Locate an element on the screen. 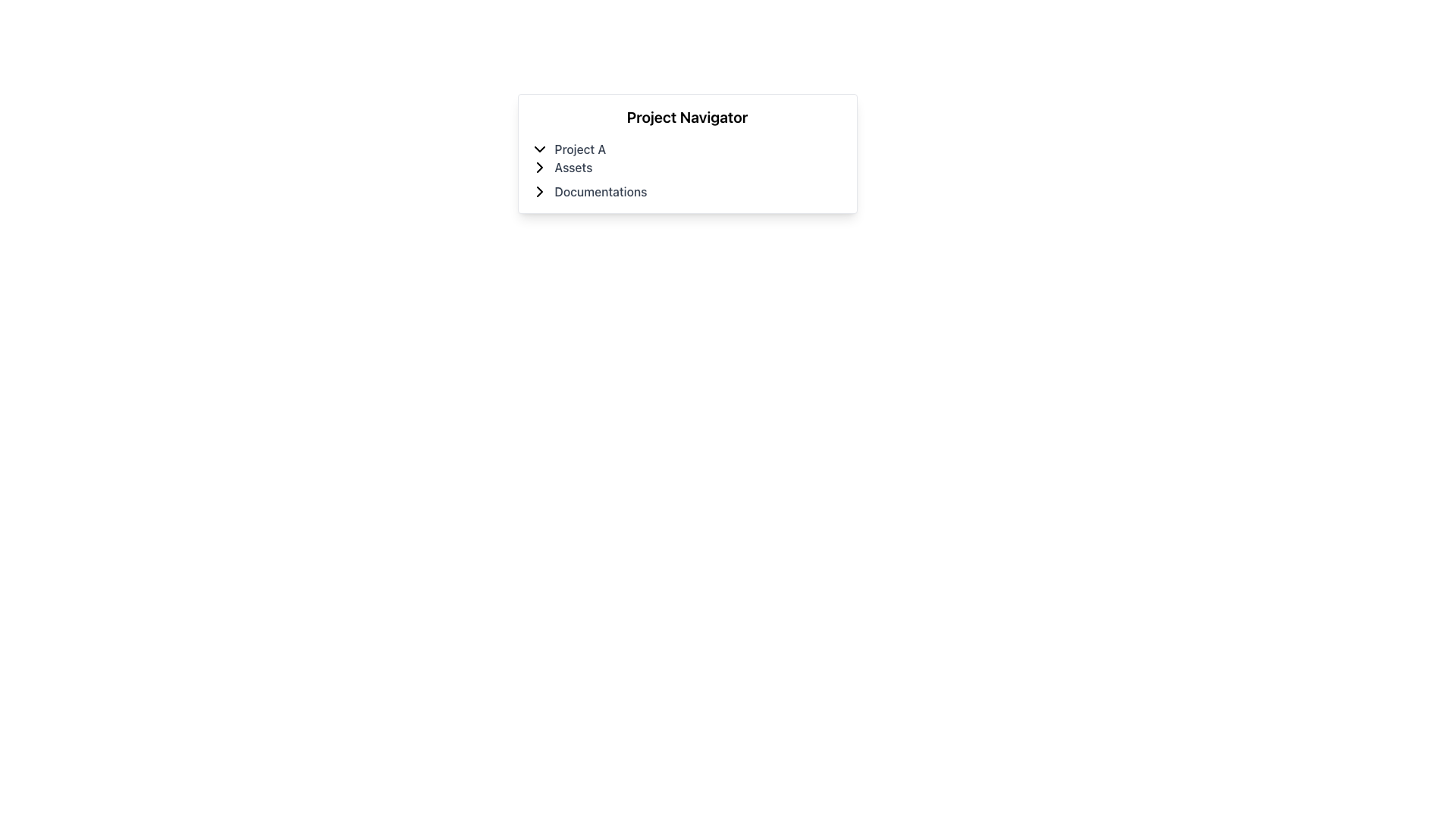  the text label reading 'Documentations' is located at coordinates (600, 191).